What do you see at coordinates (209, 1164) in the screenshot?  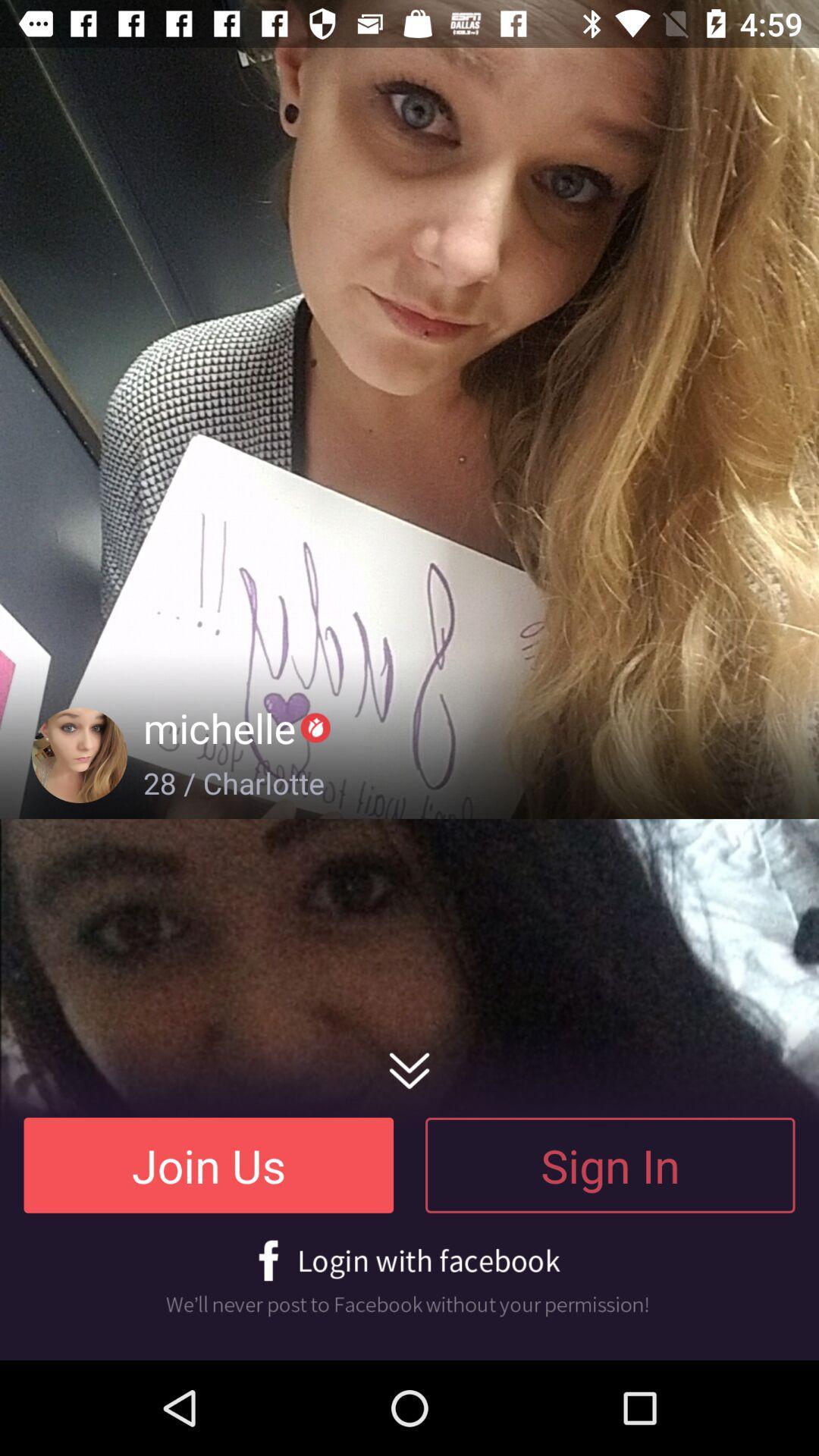 I see `the join us item` at bounding box center [209, 1164].